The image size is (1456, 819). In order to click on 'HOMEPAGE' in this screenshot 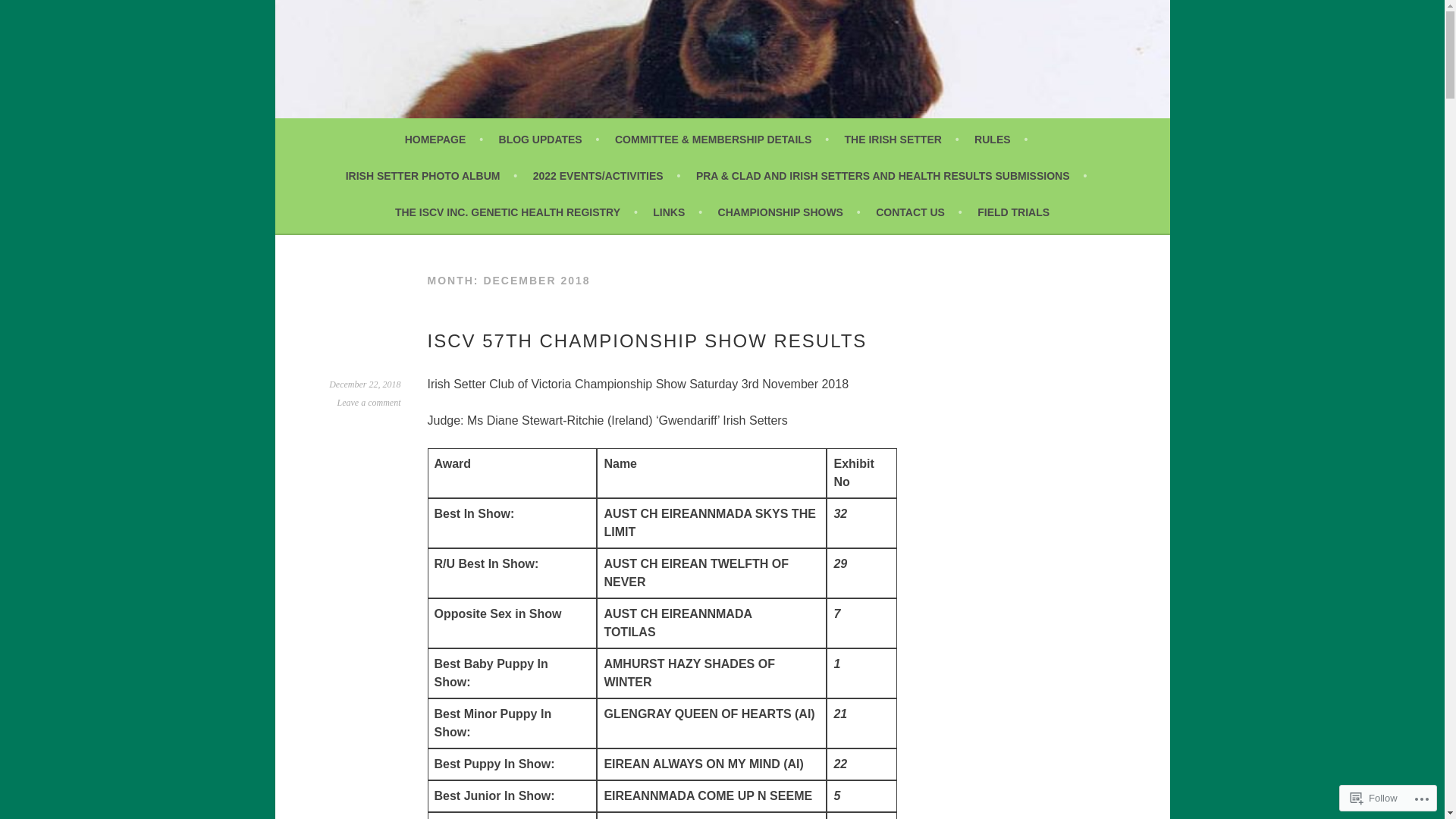, I will do `click(443, 140)`.